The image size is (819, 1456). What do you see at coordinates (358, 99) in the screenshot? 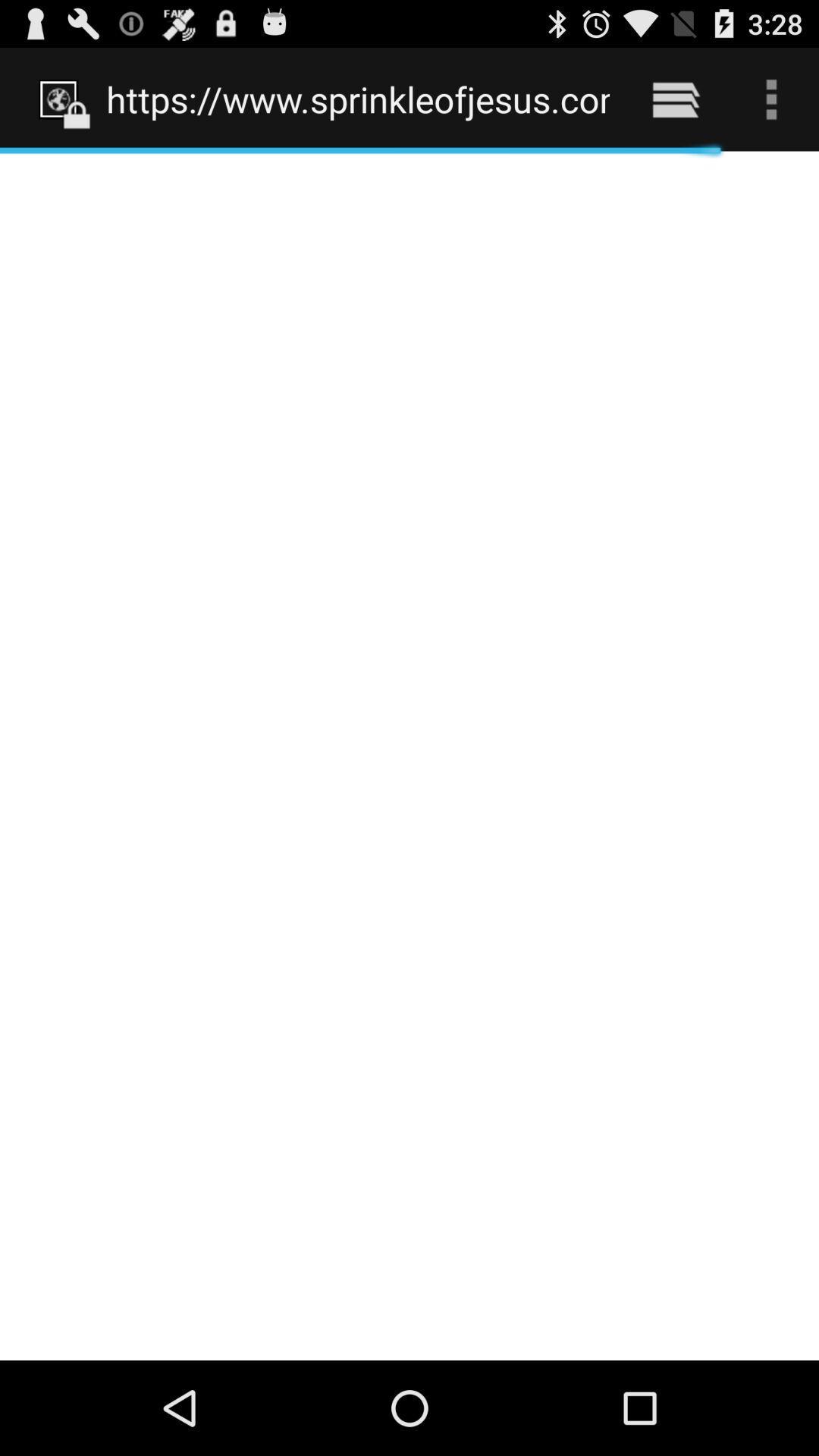
I see `the https www sprinkleofjesus item` at bounding box center [358, 99].